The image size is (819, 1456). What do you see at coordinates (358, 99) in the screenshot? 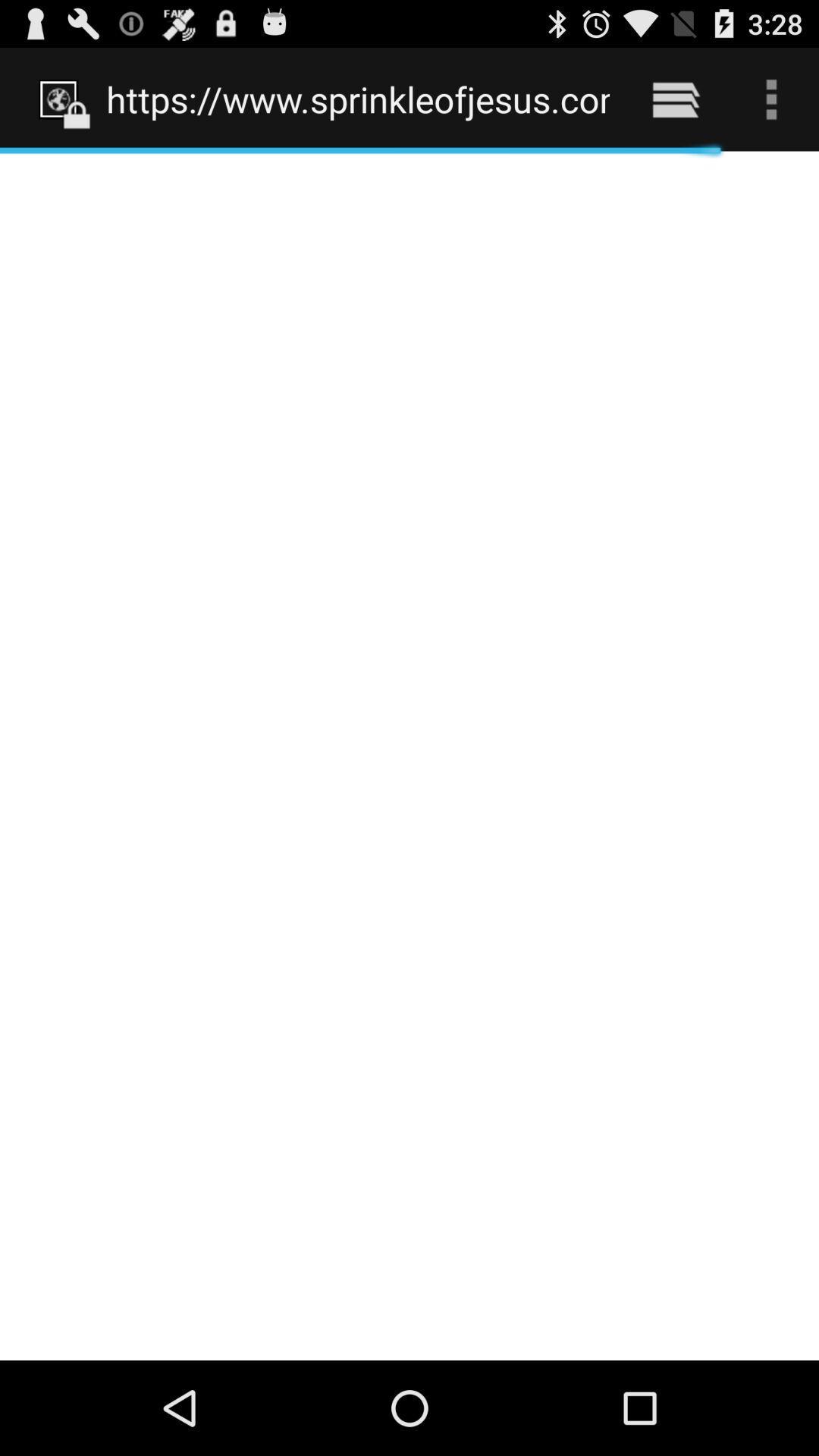
I see `the https www sprinkleofjesus item` at bounding box center [358, 99].